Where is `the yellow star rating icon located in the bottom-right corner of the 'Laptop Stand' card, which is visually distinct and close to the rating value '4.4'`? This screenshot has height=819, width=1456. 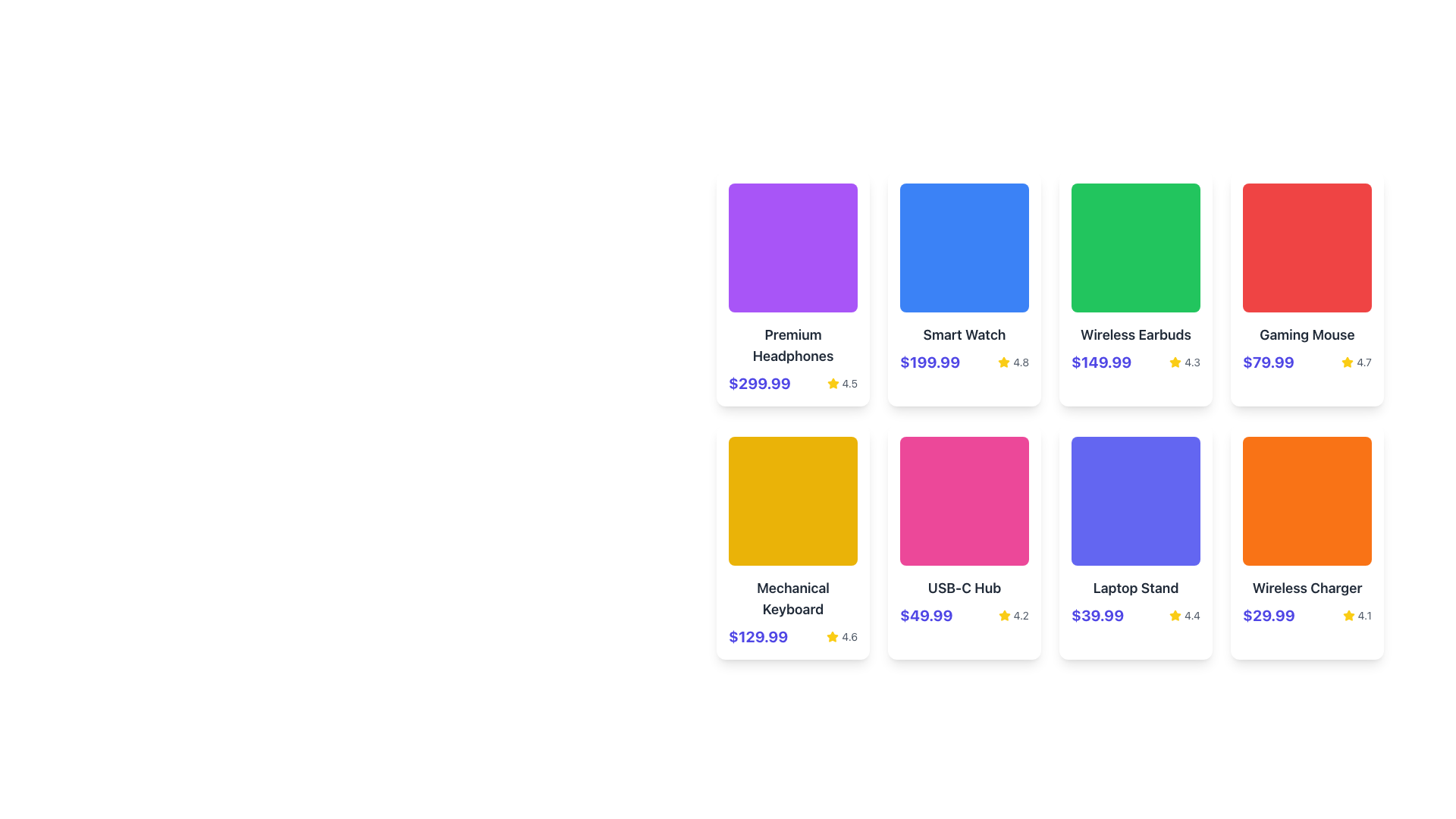 the yellow star rating icon located in the bottom-right corner of the 'Laptop Stand' card, which is visually distinct and close to the rating value '4.4' is located at coordinates (1175, 615).